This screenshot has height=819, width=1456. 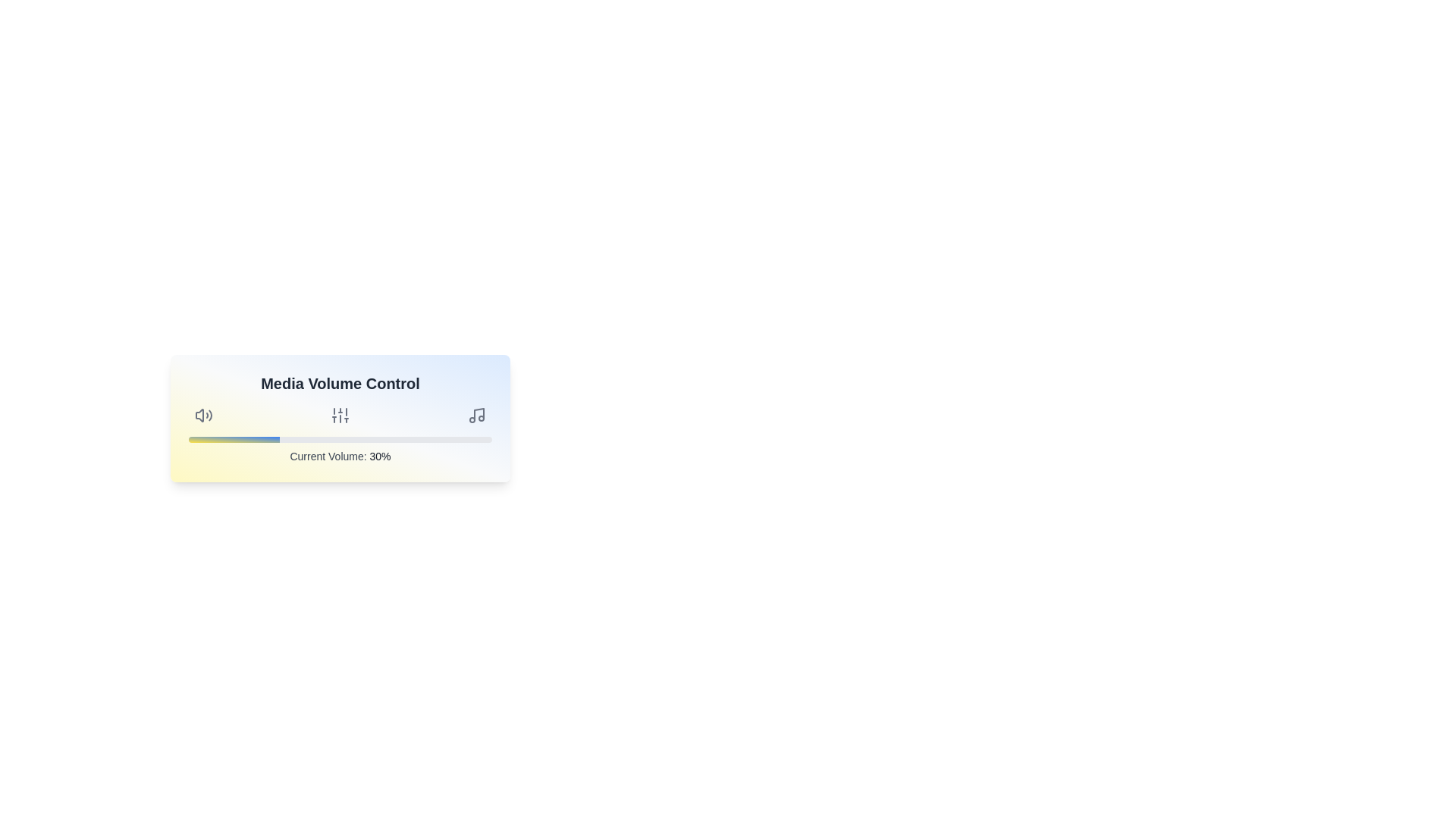 What do you see at coordinates (348, 439) in the screenshot?
I see `the volume` at bounding box center [348, 439].